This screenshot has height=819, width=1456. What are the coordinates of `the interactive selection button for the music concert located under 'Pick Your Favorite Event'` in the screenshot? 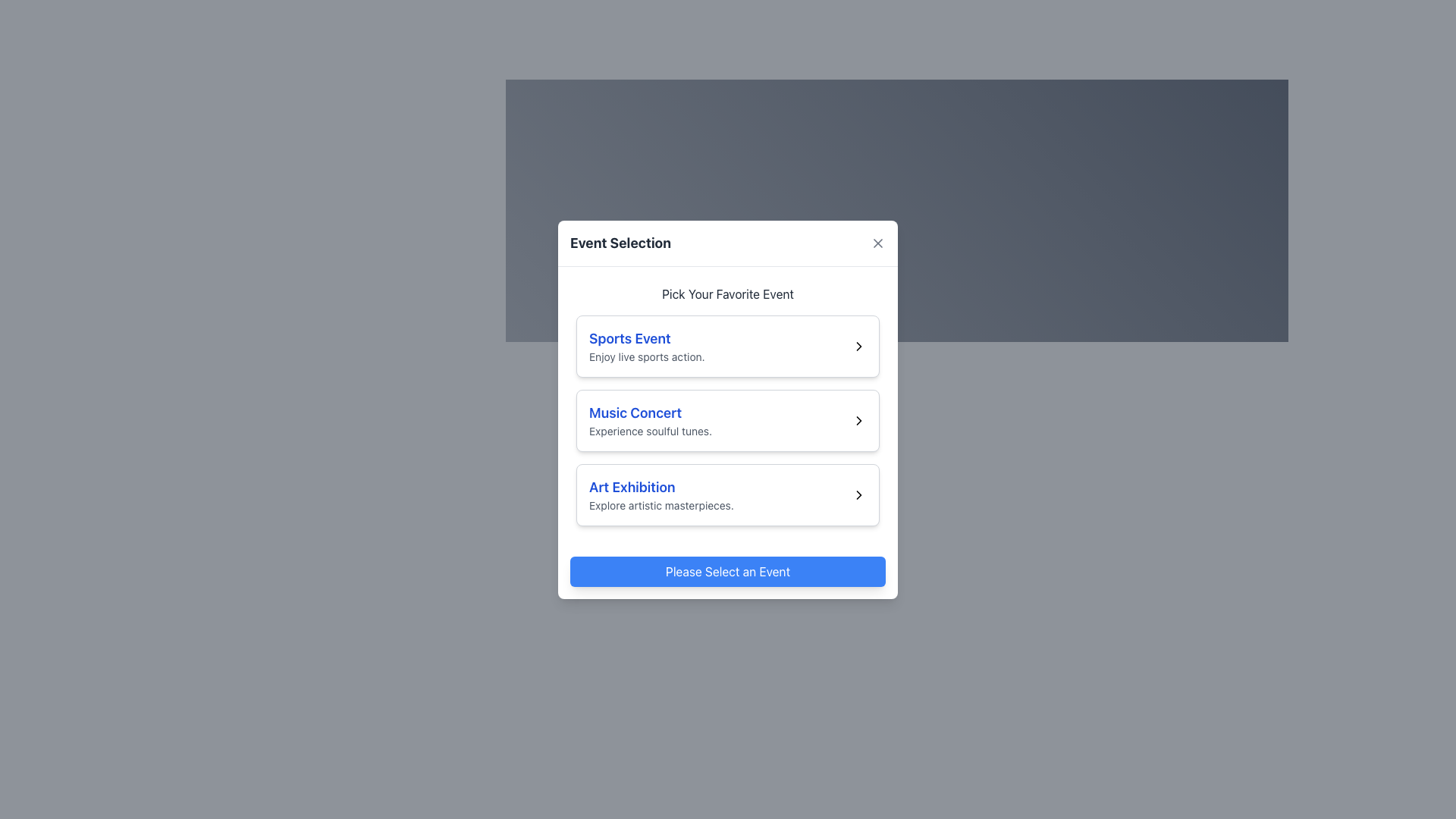 It's located at (728, 403).